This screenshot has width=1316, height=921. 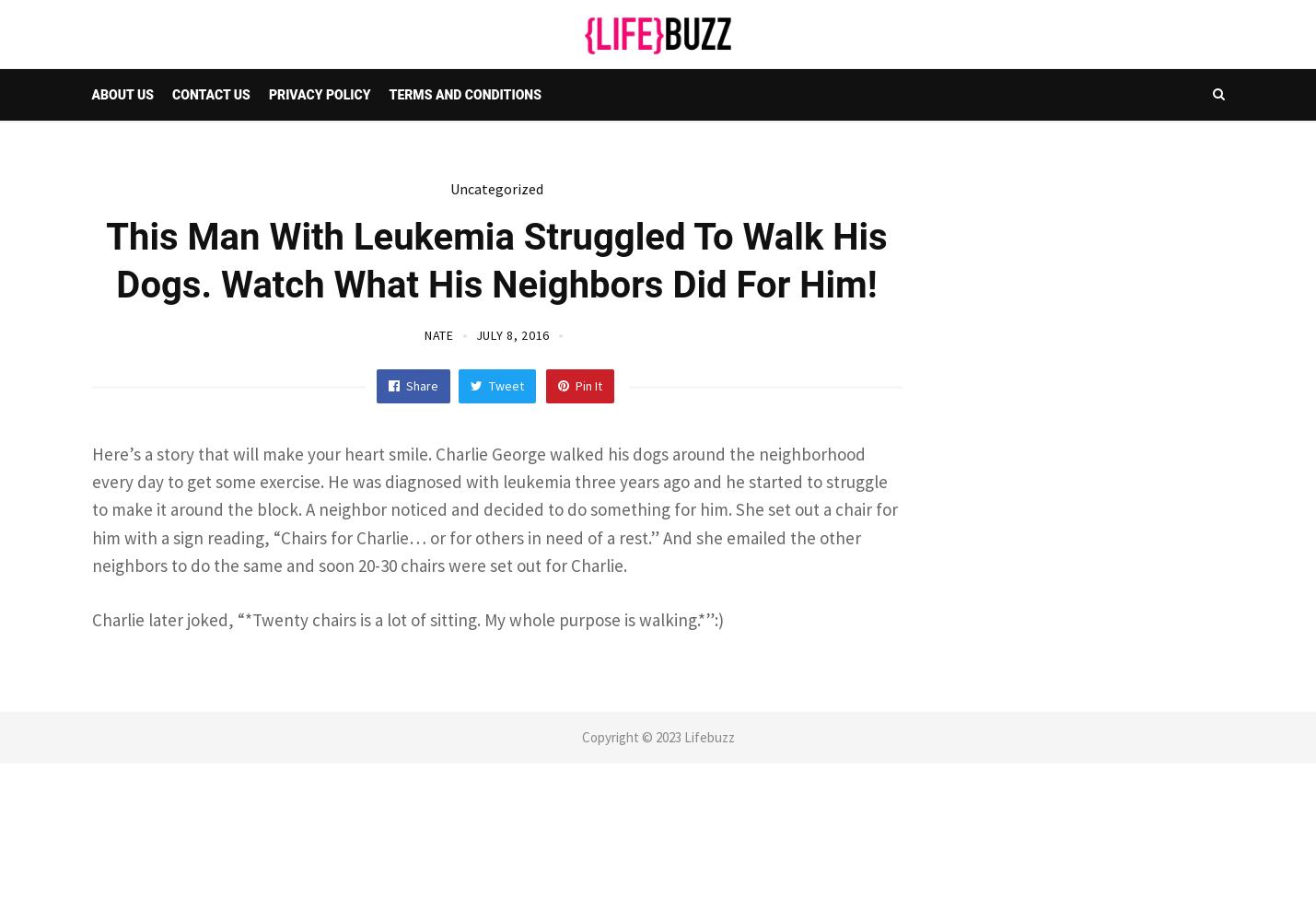 I want to click on 'Uncategorized', so click(x=495, y=188).